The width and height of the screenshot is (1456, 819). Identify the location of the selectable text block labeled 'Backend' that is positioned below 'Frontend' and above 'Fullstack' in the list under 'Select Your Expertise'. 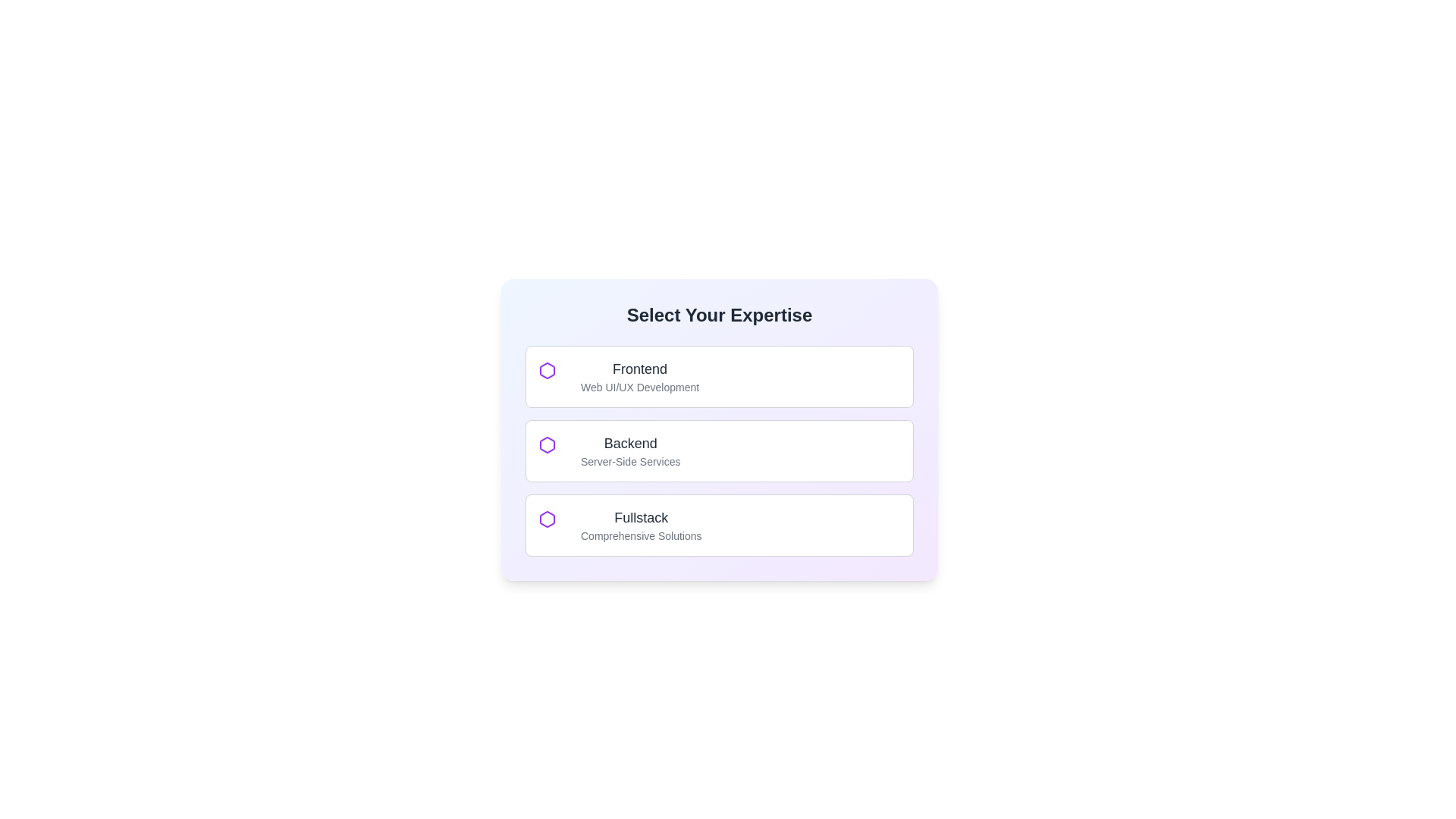
(630, 450).